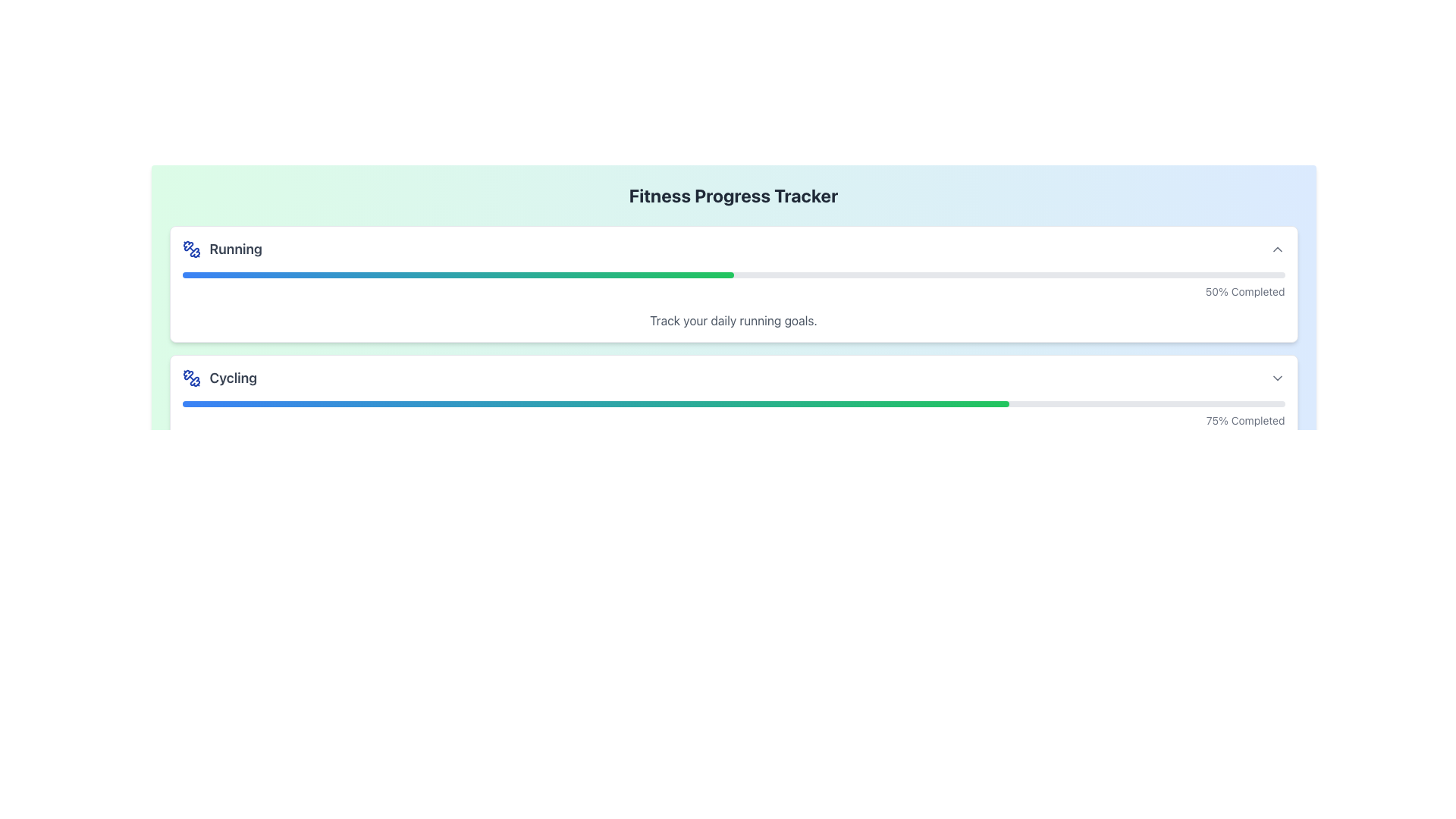 The width and height of the screenshot is (1456, 819). What do you see at coordinates (733, 275) in the screenshot?
I see `the progress bar located in the 'Running' section of the fitness progress tracker interface, which has a gray background and a gradient foreground transitioning from blue to green, covering approximately 50% of the total width` at bounding box center [733, 275].